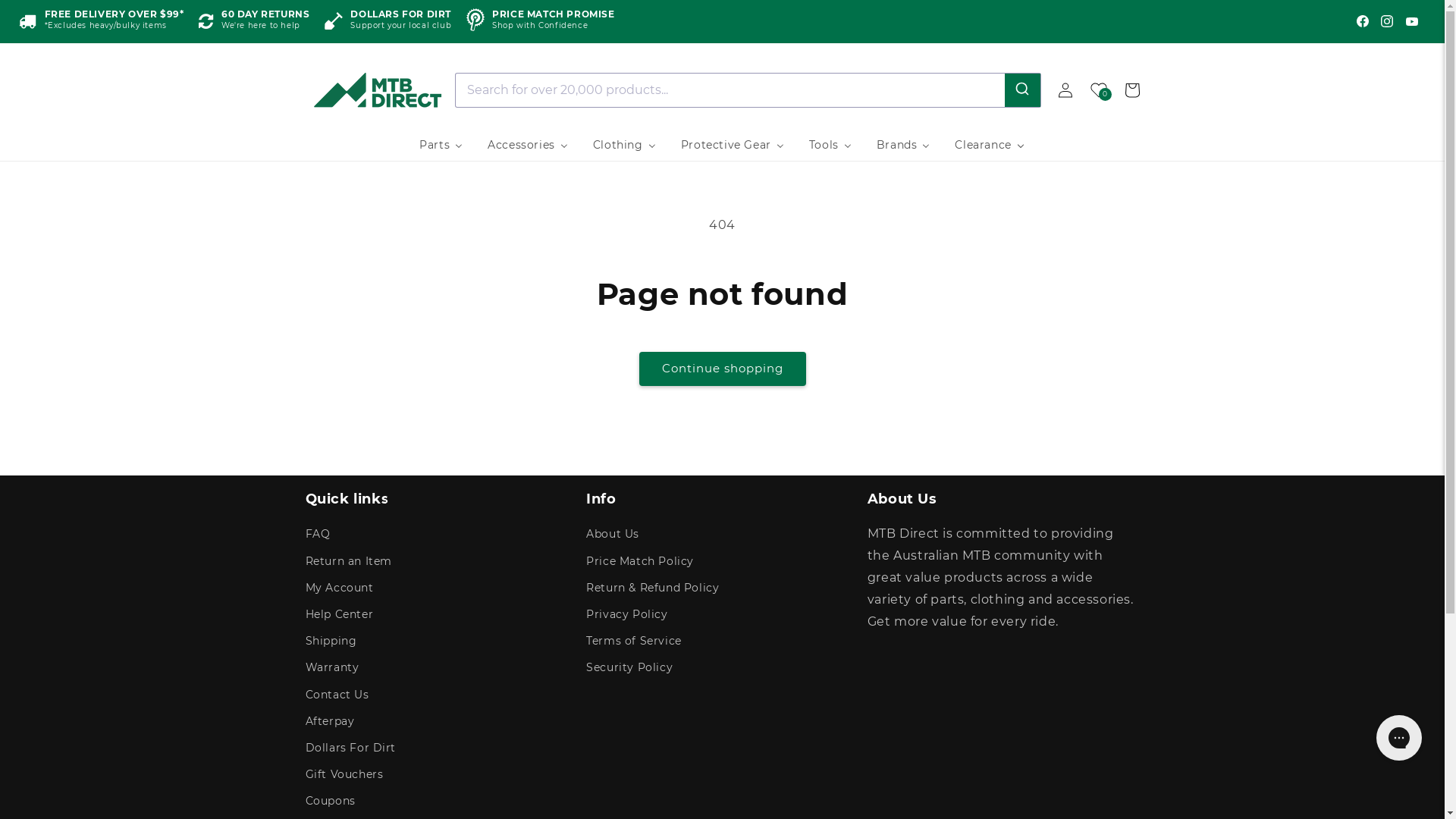  Describe the element at coordinates (347, 561) in the screenshot. I see `'Return an Item'` at that location.